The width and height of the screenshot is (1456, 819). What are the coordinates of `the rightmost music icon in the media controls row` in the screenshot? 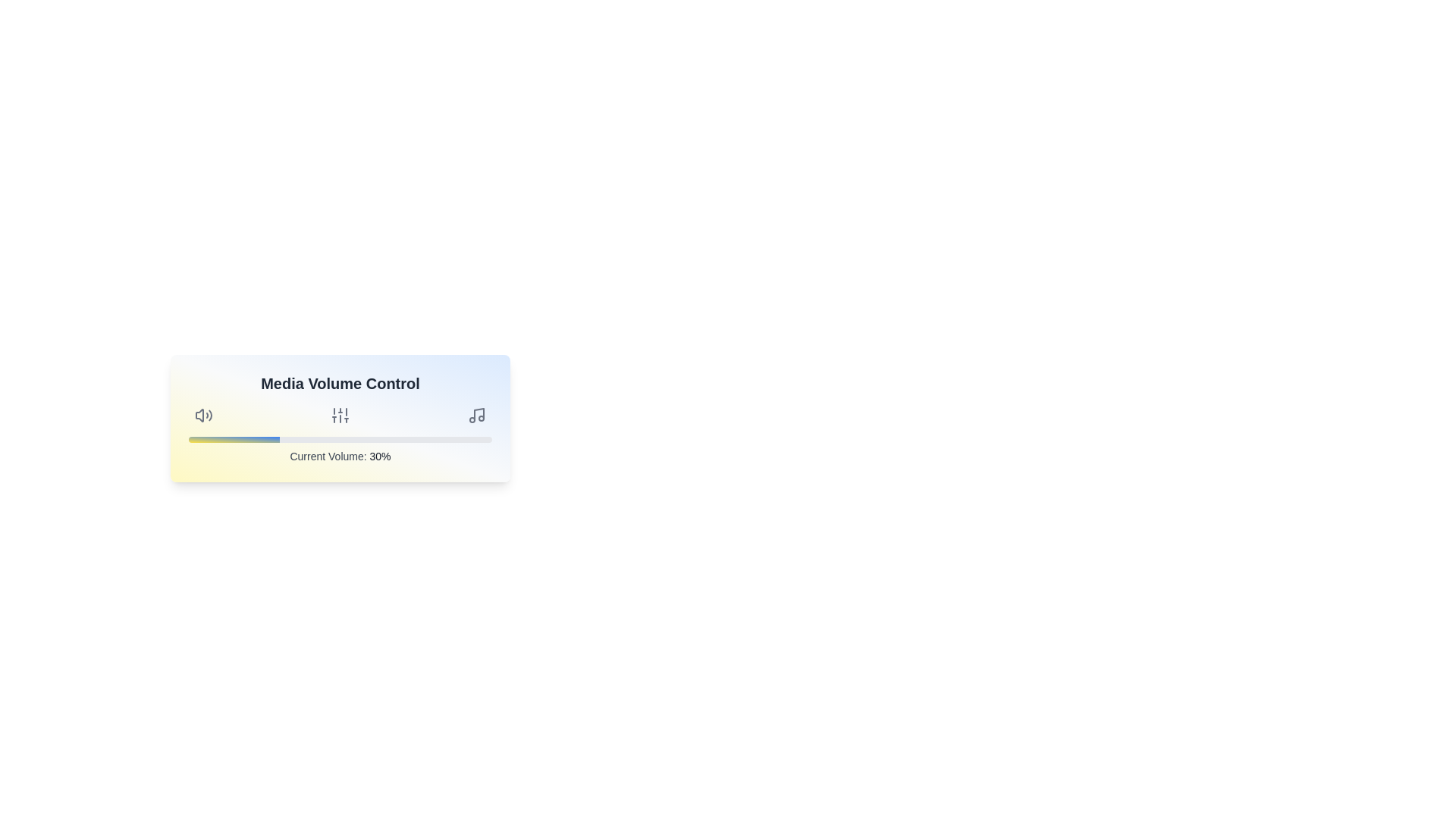 It's located at (475, 415).